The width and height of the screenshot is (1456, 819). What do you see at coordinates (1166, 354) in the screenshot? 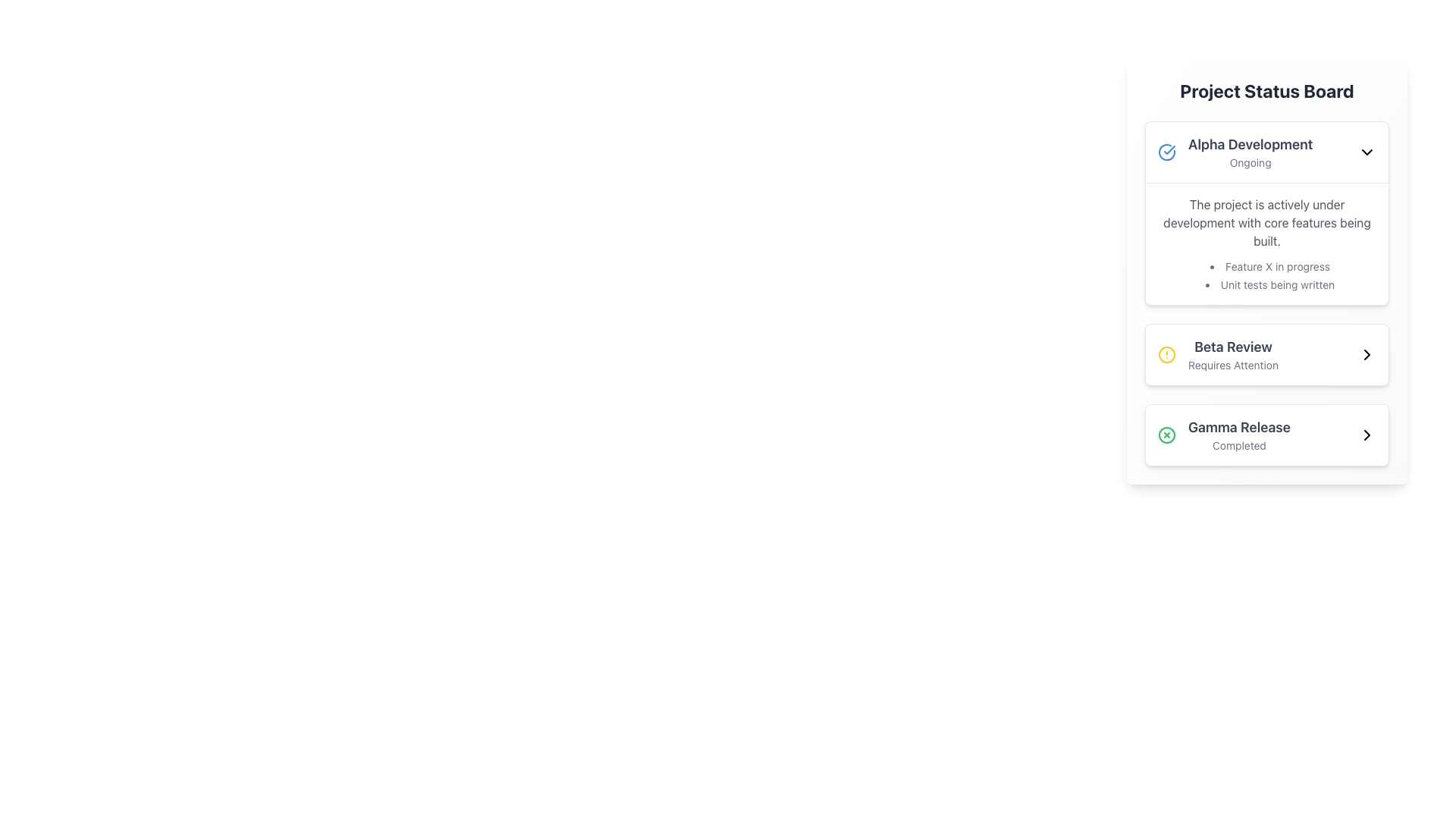
I see `the alert icon indicating the status of the 'Beta Review' item, which is located to the left of the text 'Beta Review' in the Project Status Board` at bounding box center [1166, 354].